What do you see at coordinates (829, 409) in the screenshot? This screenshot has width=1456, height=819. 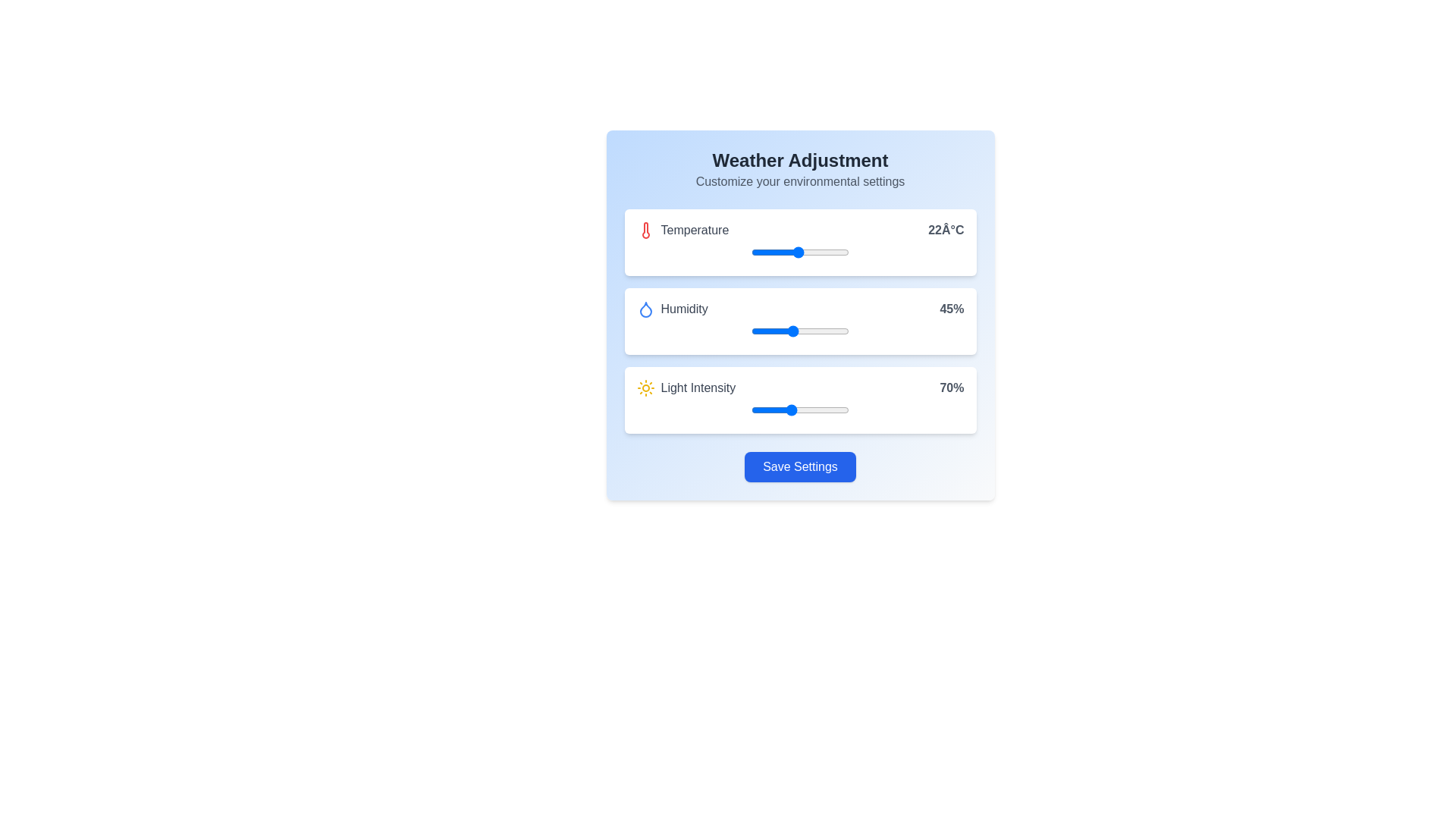 I see `the light intensity` at bounding box center [829, 409].